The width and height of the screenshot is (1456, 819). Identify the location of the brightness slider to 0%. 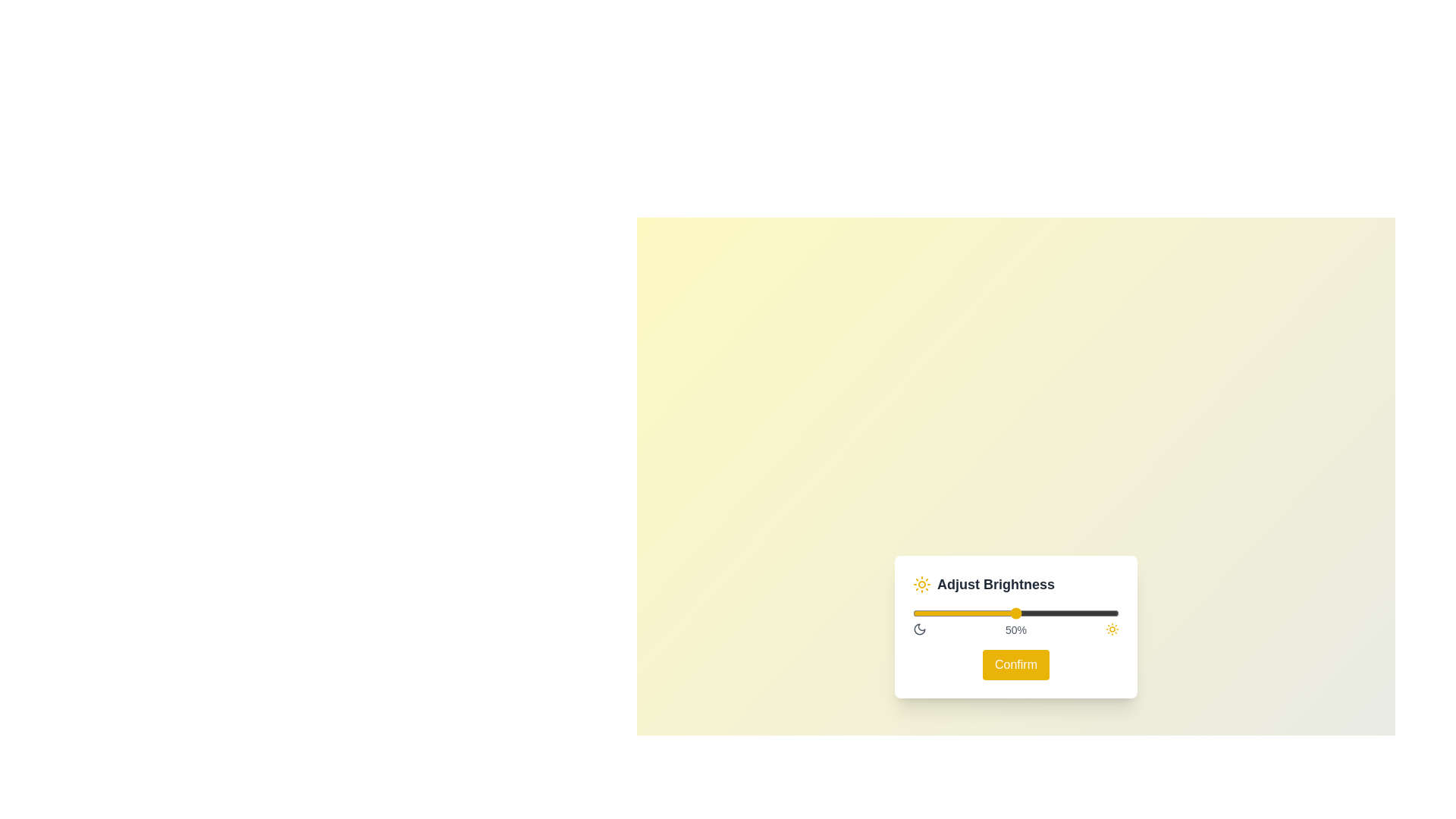
(912, 607).